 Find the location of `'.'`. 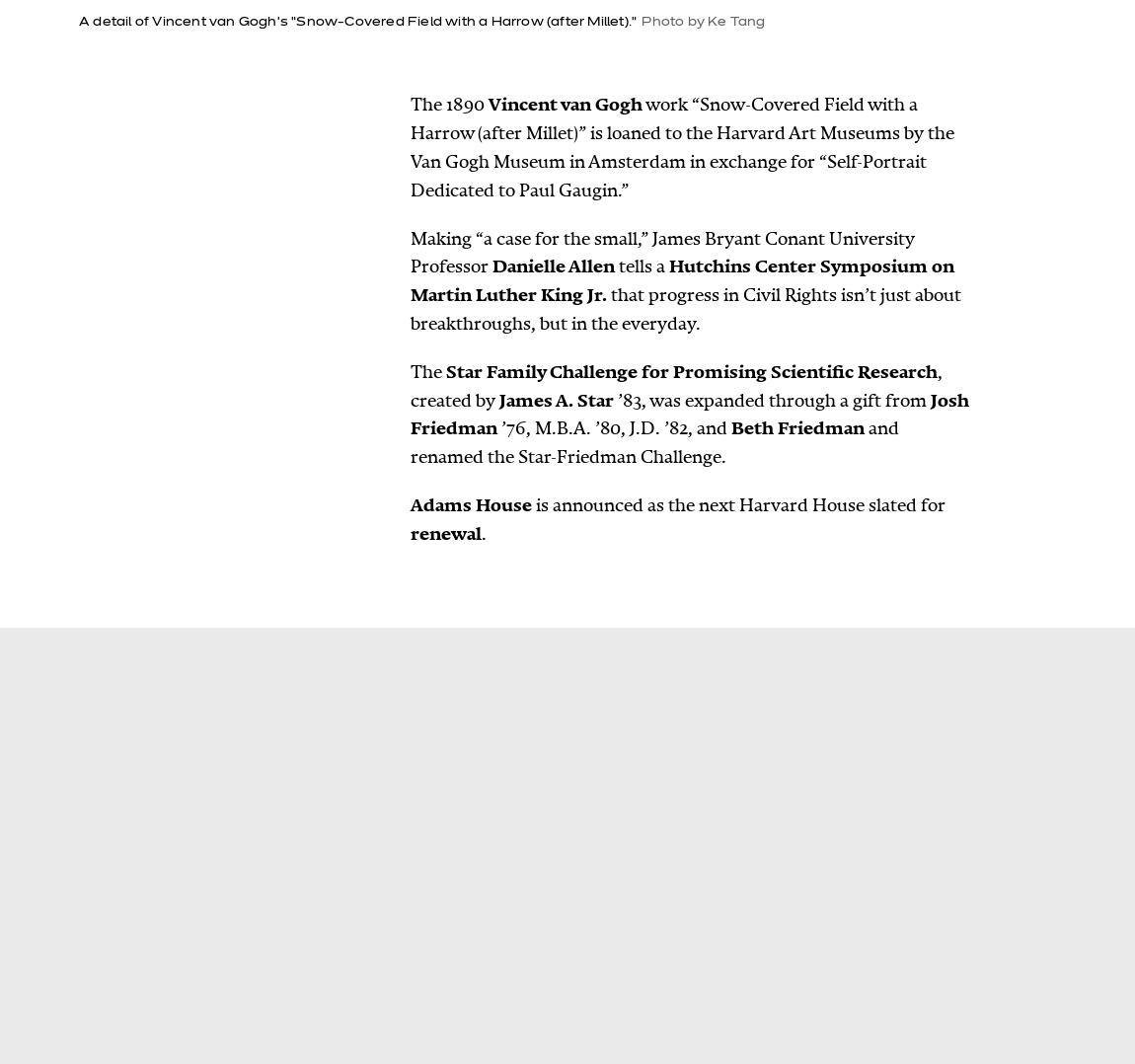

'.' is located at coordinates (481, 532).